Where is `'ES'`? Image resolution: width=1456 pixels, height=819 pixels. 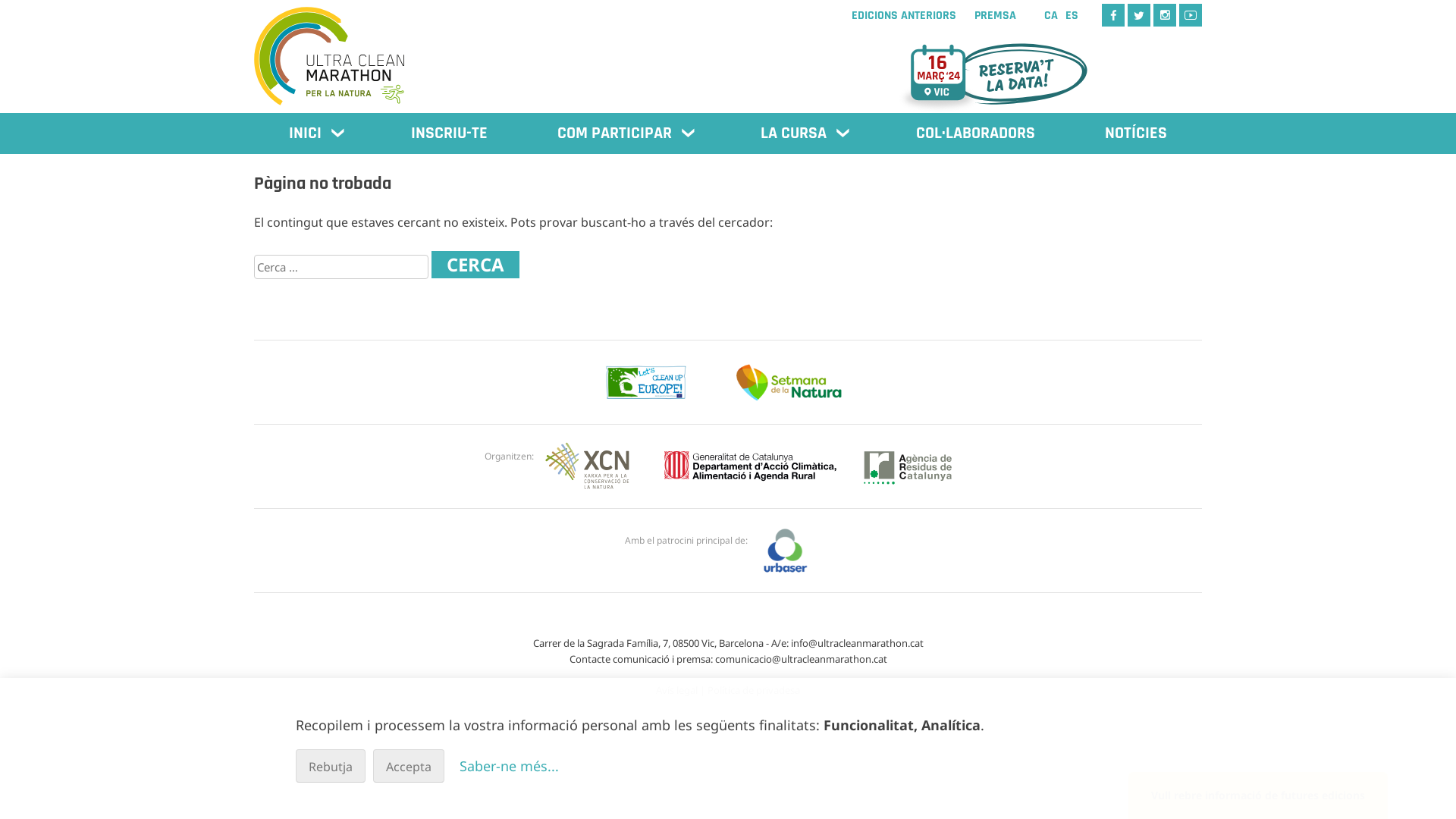
'ES' is located at coordinates (1071, 15).